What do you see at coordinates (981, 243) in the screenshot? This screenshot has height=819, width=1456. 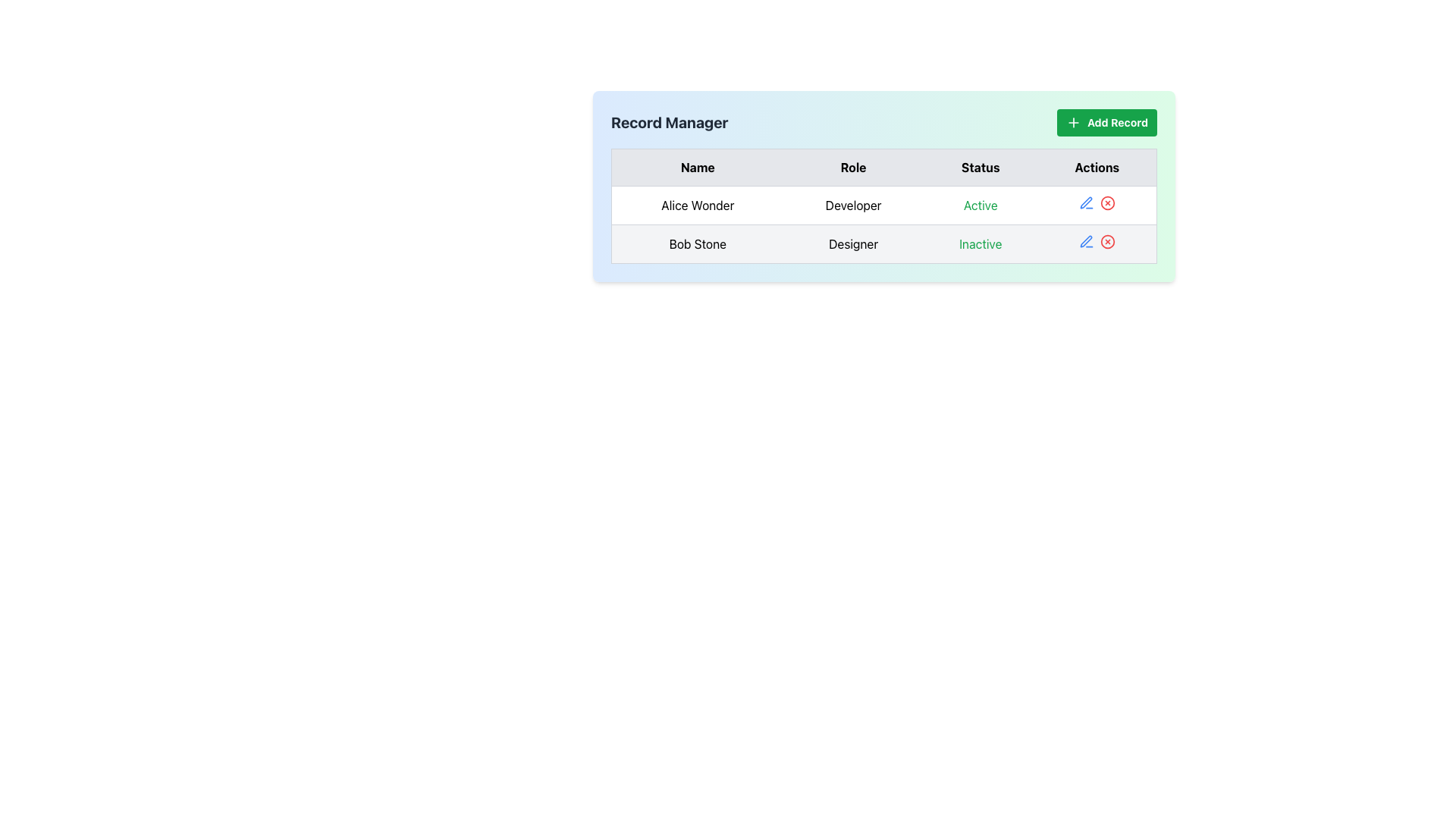 I see `the 'Status' text label indicating that user Bob Stone's account is currently inactive, located in the third column of the second row in the data table under the 'Record Manager' header` at bounding box center [981, 243].